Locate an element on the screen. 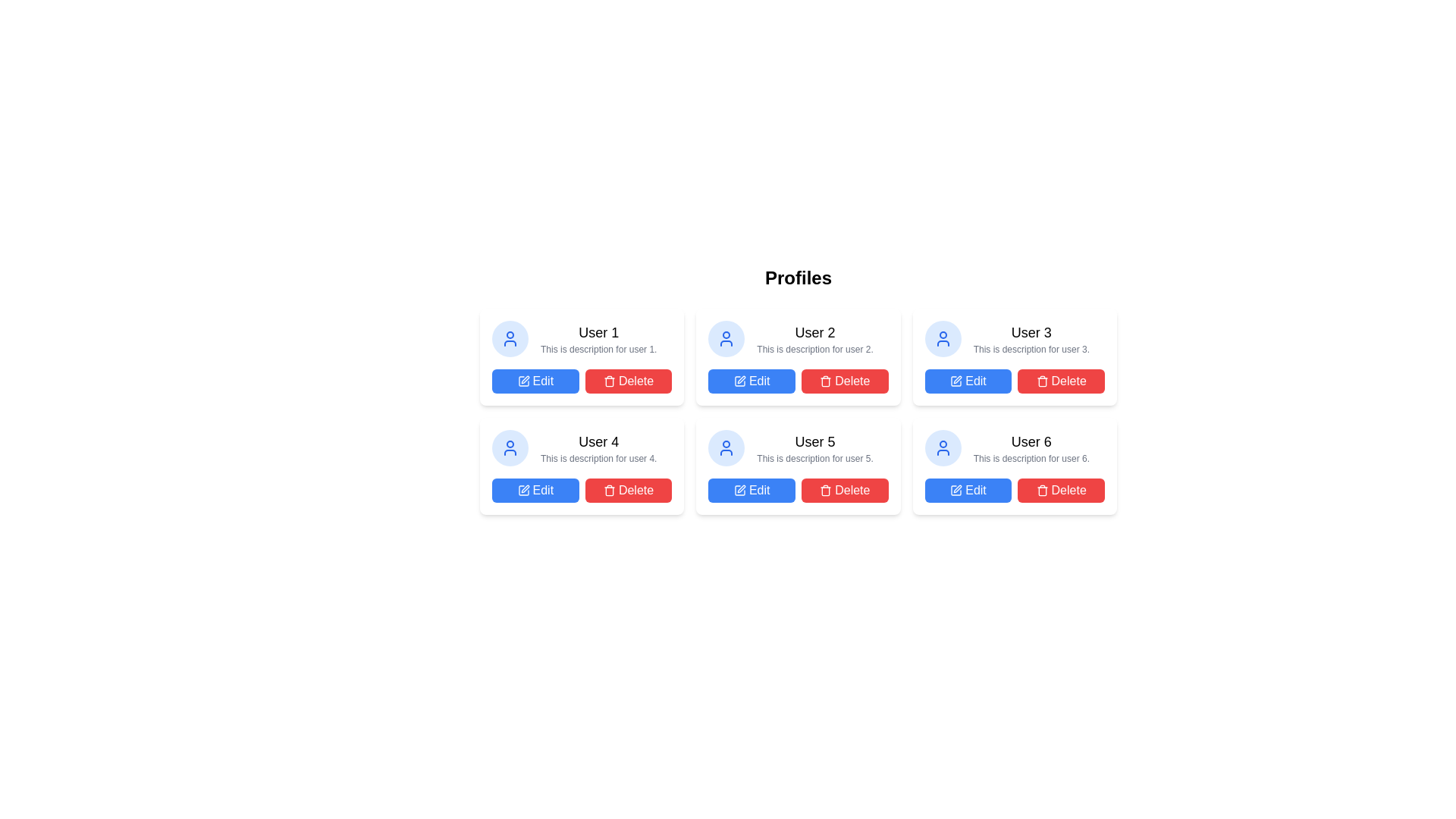  text display component showing 'User 3' and its description below it, which is part of the profile entries in the grid layout is located at coordinates (1015, 338).